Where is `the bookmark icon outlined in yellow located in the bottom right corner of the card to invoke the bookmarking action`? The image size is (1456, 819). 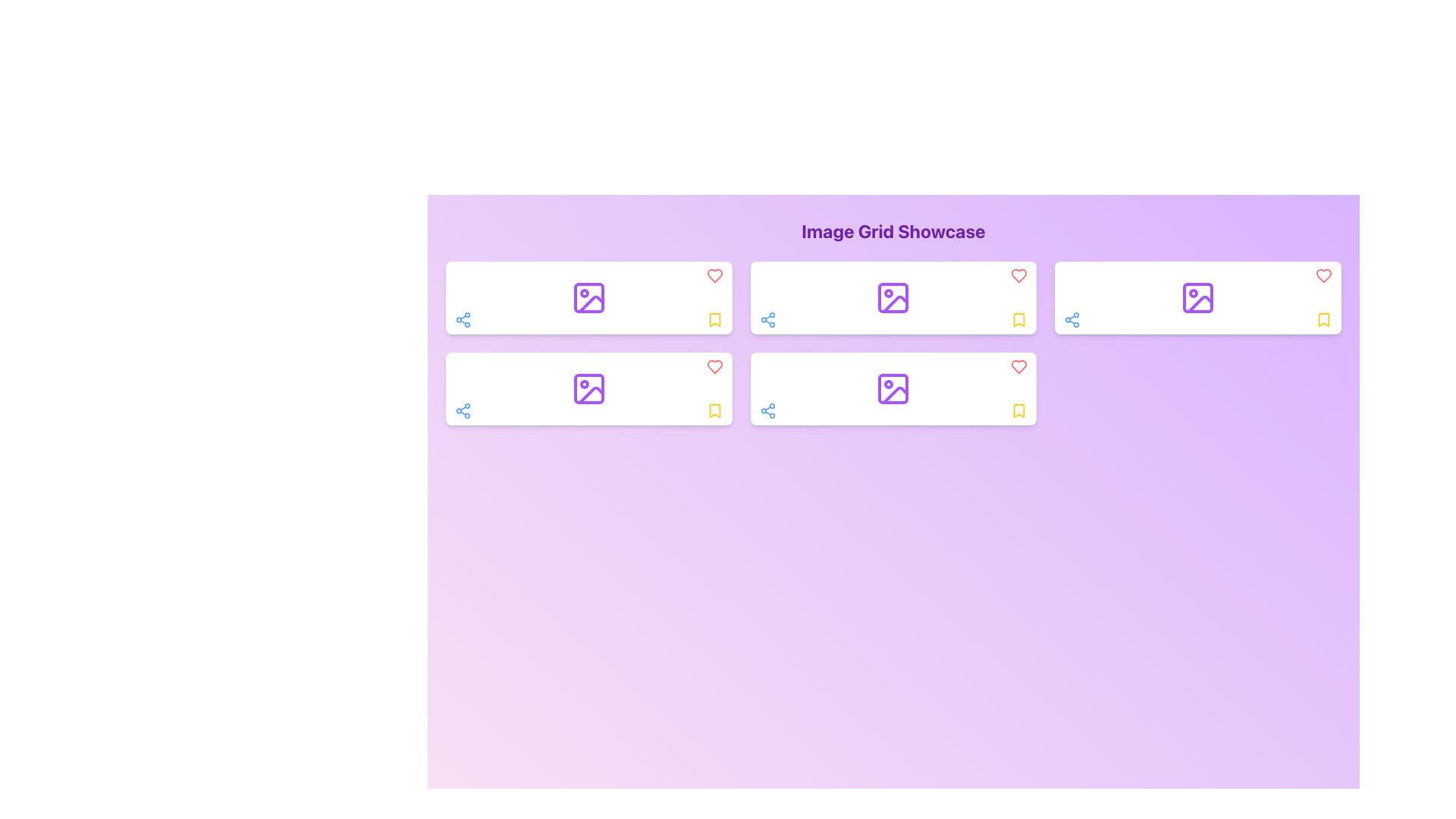 the bookmark icon outlined in yellow located in the bottom right corner of the card to invoke the bookmarking action is located at coordinates (1019, 318).